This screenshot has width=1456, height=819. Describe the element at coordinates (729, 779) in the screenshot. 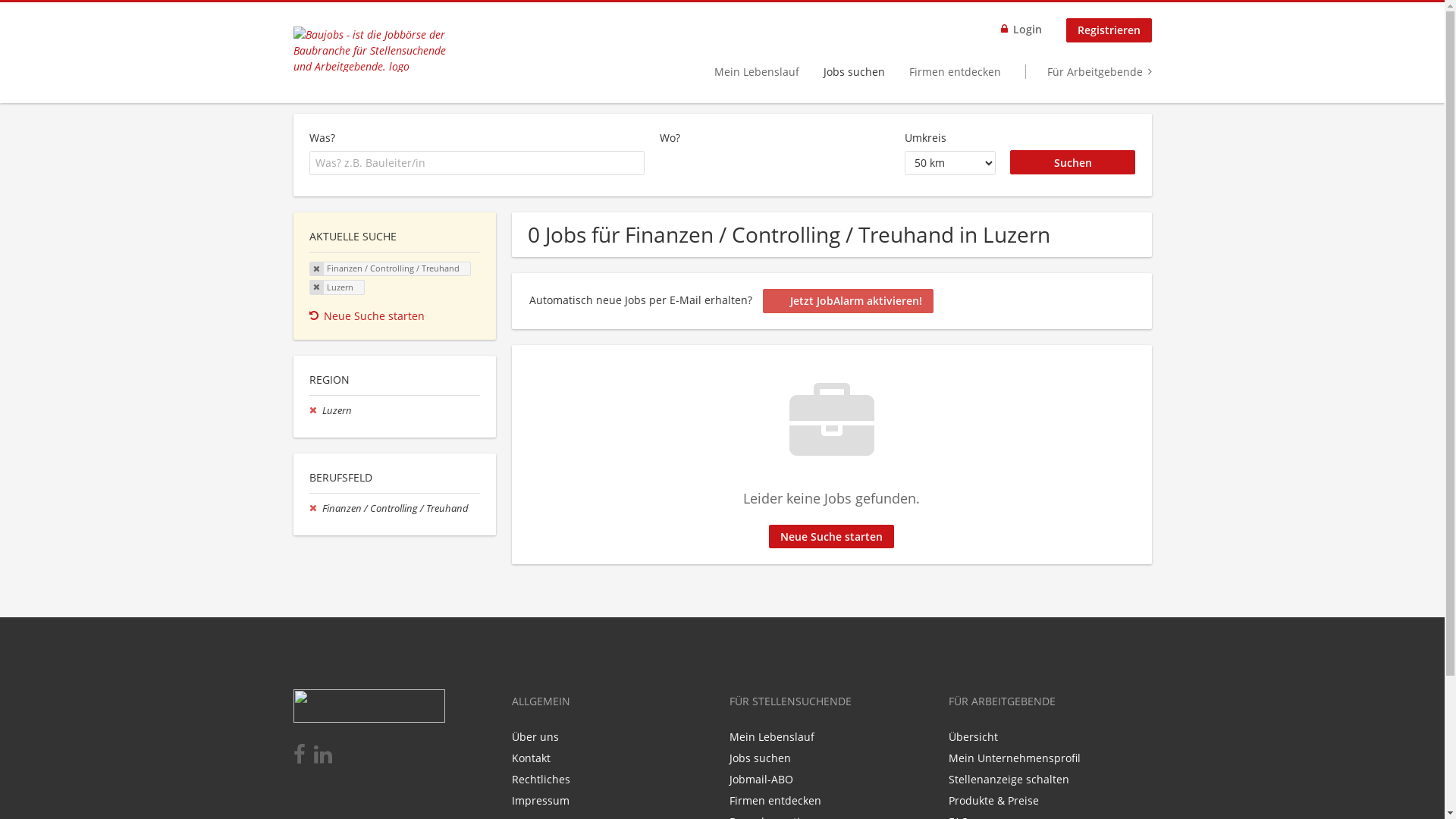

I see `'Jobmail-ABO'` at that location.